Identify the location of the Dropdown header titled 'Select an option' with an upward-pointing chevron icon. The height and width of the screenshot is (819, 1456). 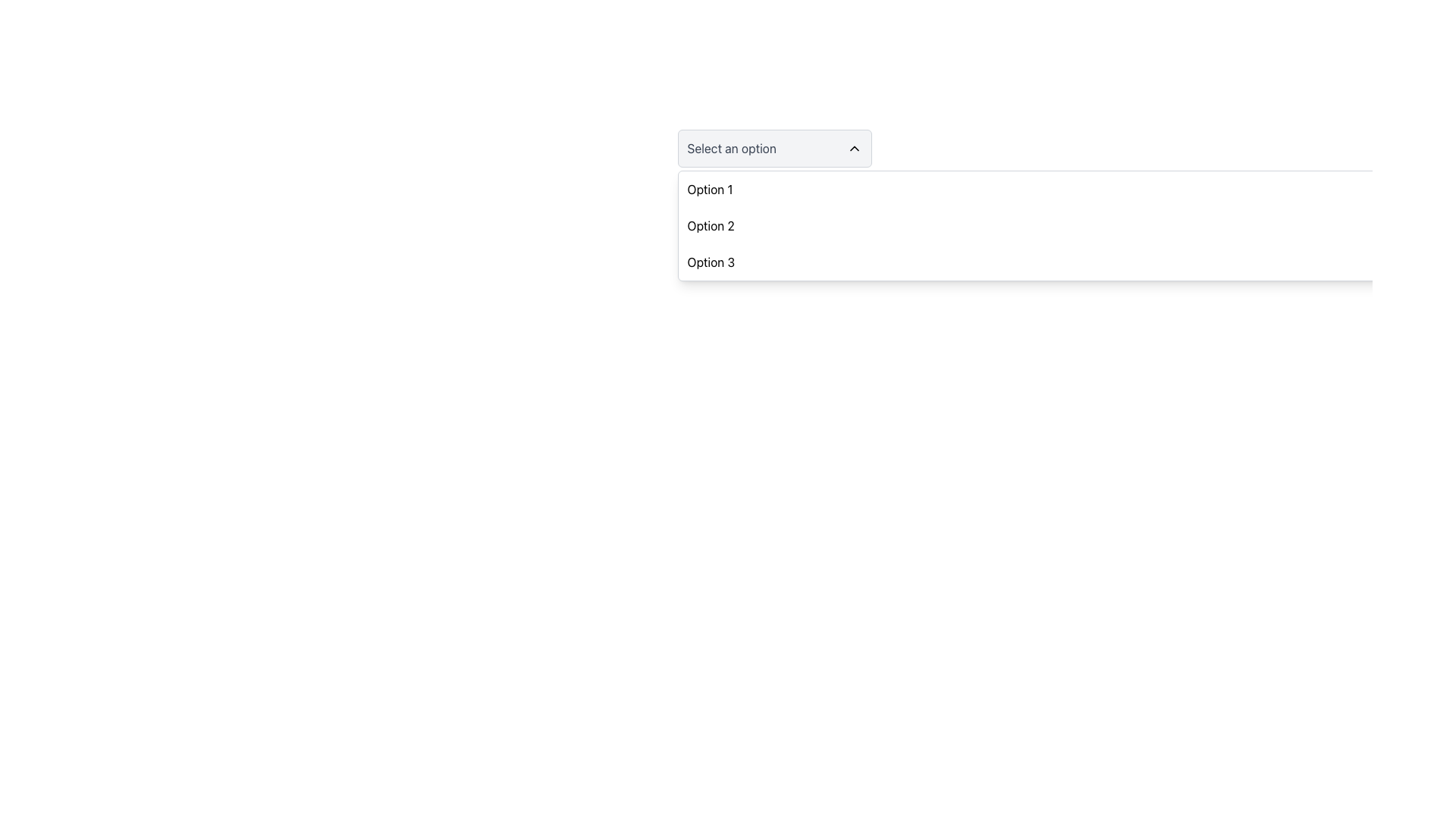
(774, 149).